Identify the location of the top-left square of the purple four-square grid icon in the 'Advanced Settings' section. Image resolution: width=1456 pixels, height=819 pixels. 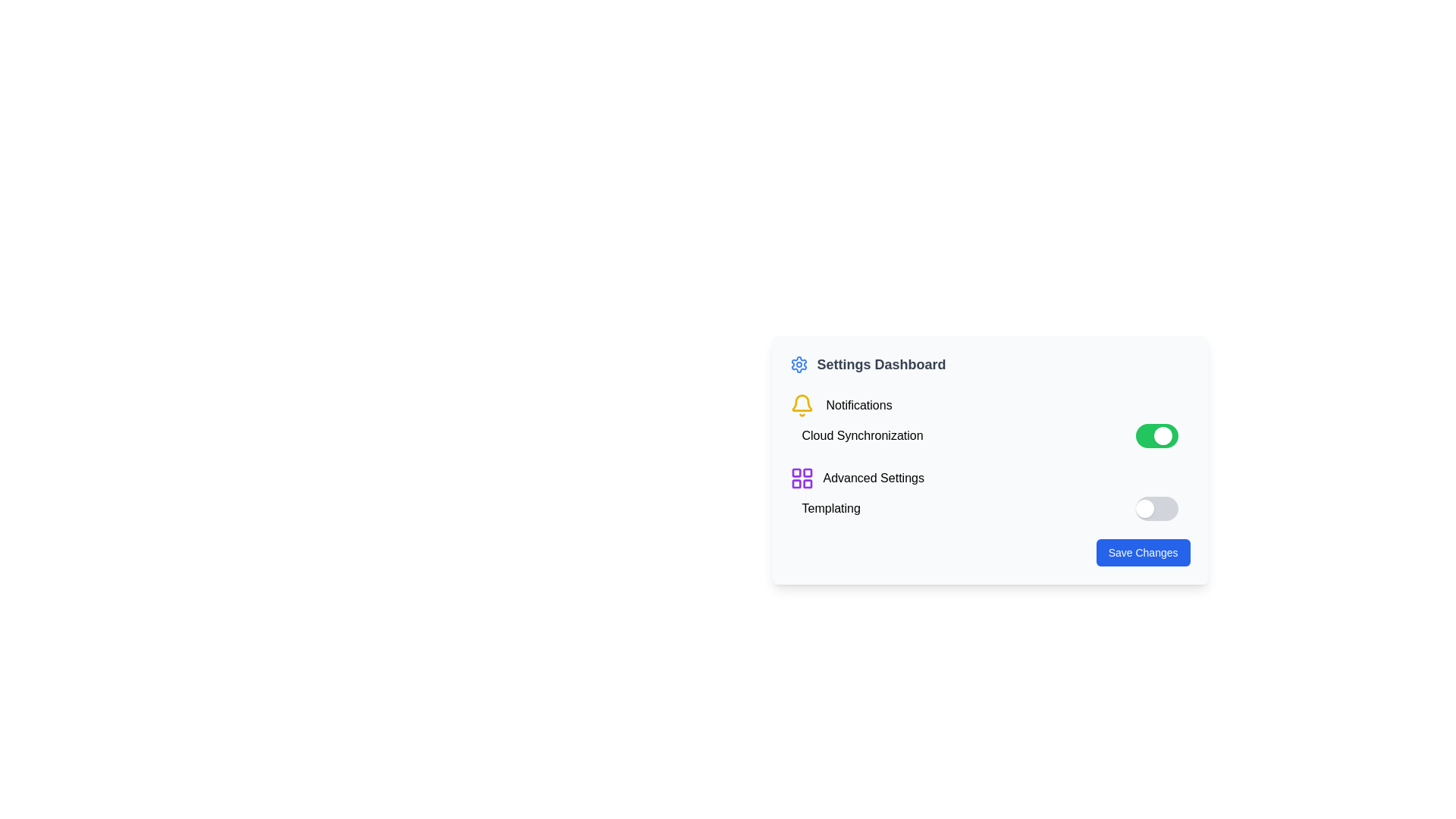
(795, 472).